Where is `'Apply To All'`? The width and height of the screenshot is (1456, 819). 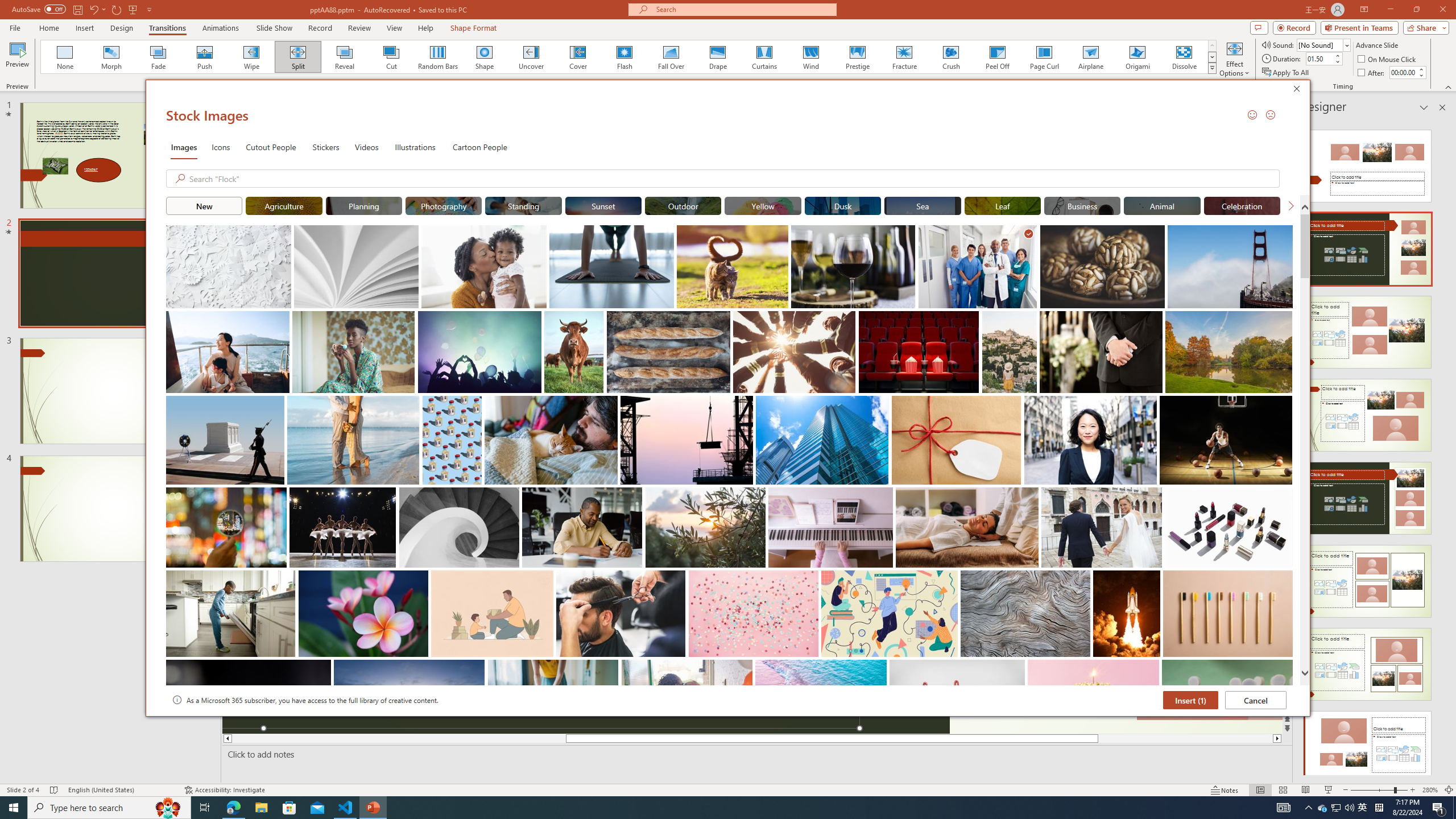
'Apply To All' is located at coordinates (1287, 72).